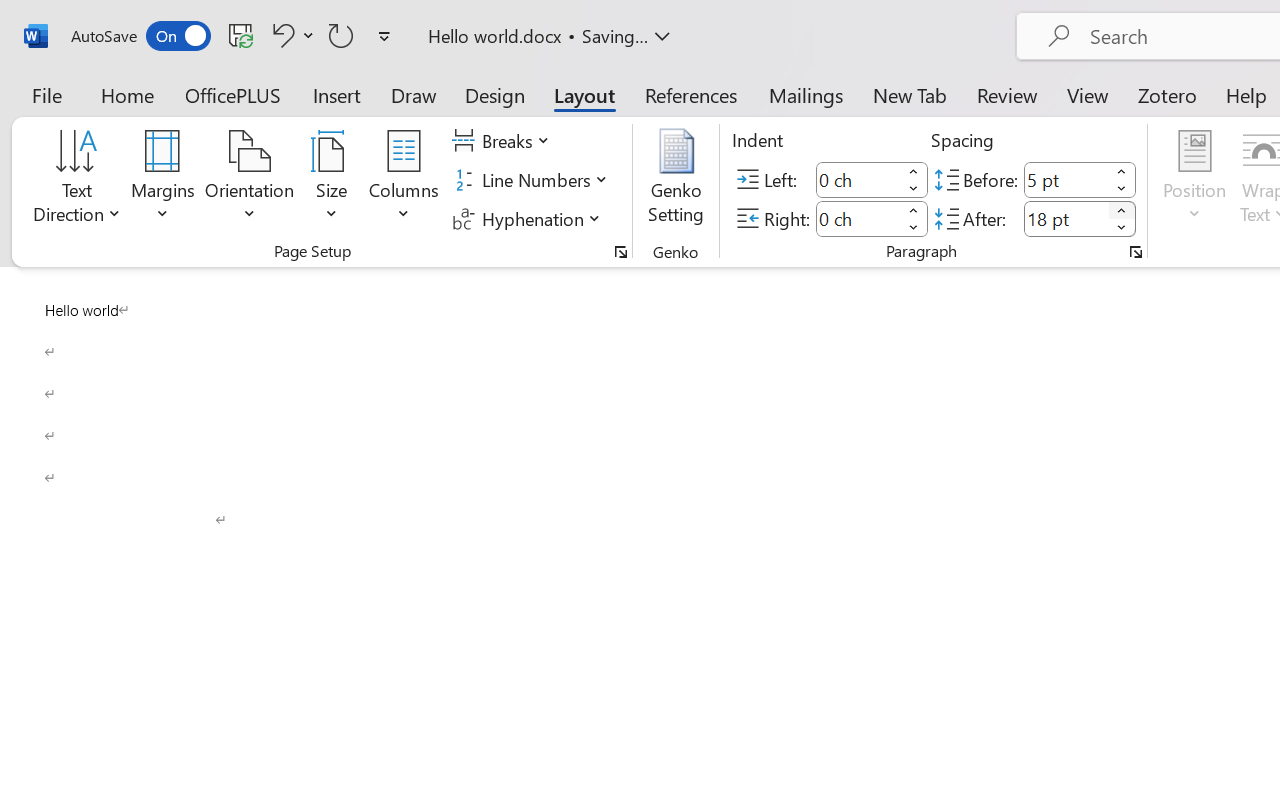  I want to click on 'OfficePLUS', so click(233, 94).